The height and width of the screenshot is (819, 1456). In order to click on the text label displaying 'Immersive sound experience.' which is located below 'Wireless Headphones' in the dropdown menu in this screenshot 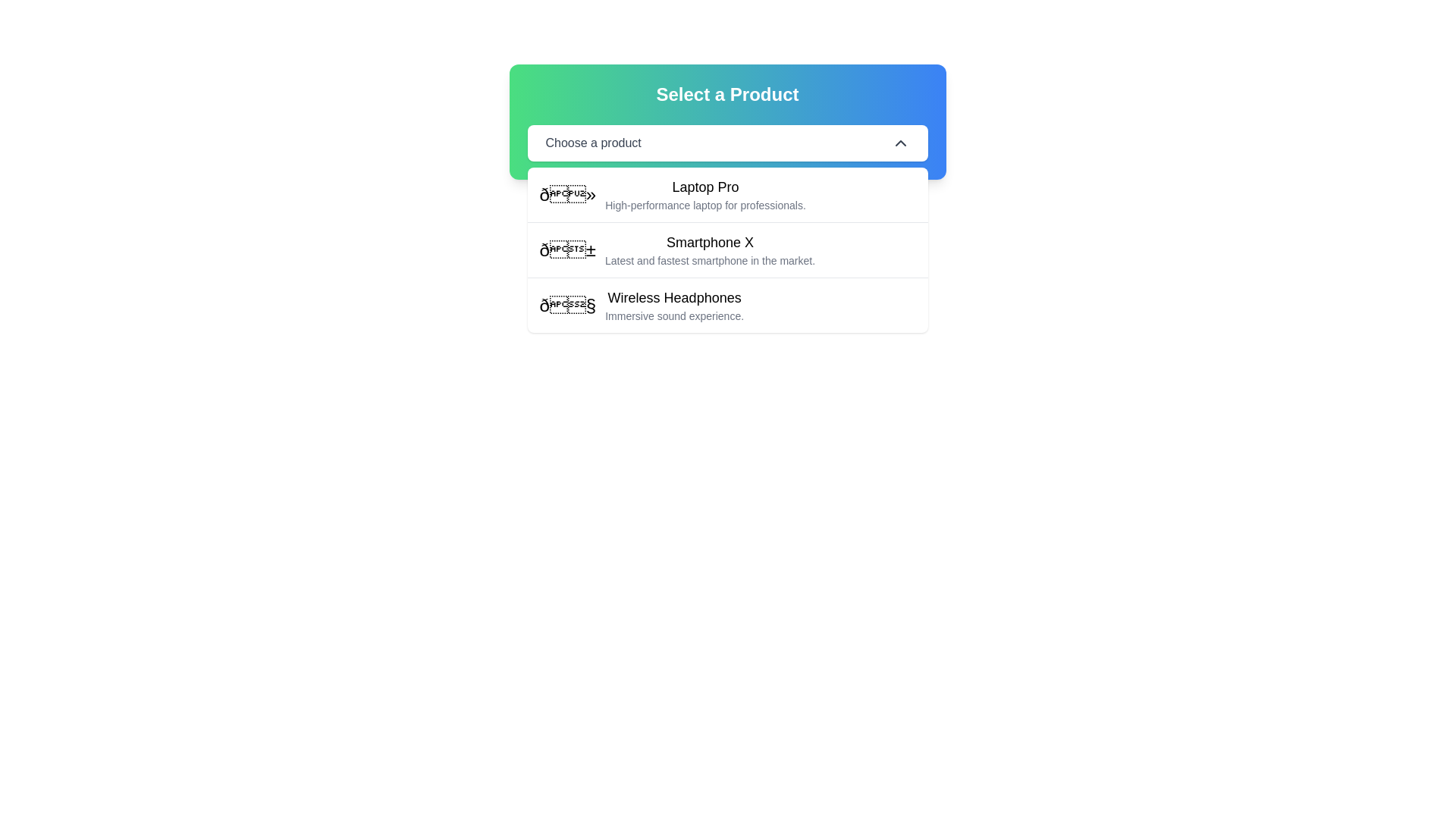, I will do `click(673, 315)`.